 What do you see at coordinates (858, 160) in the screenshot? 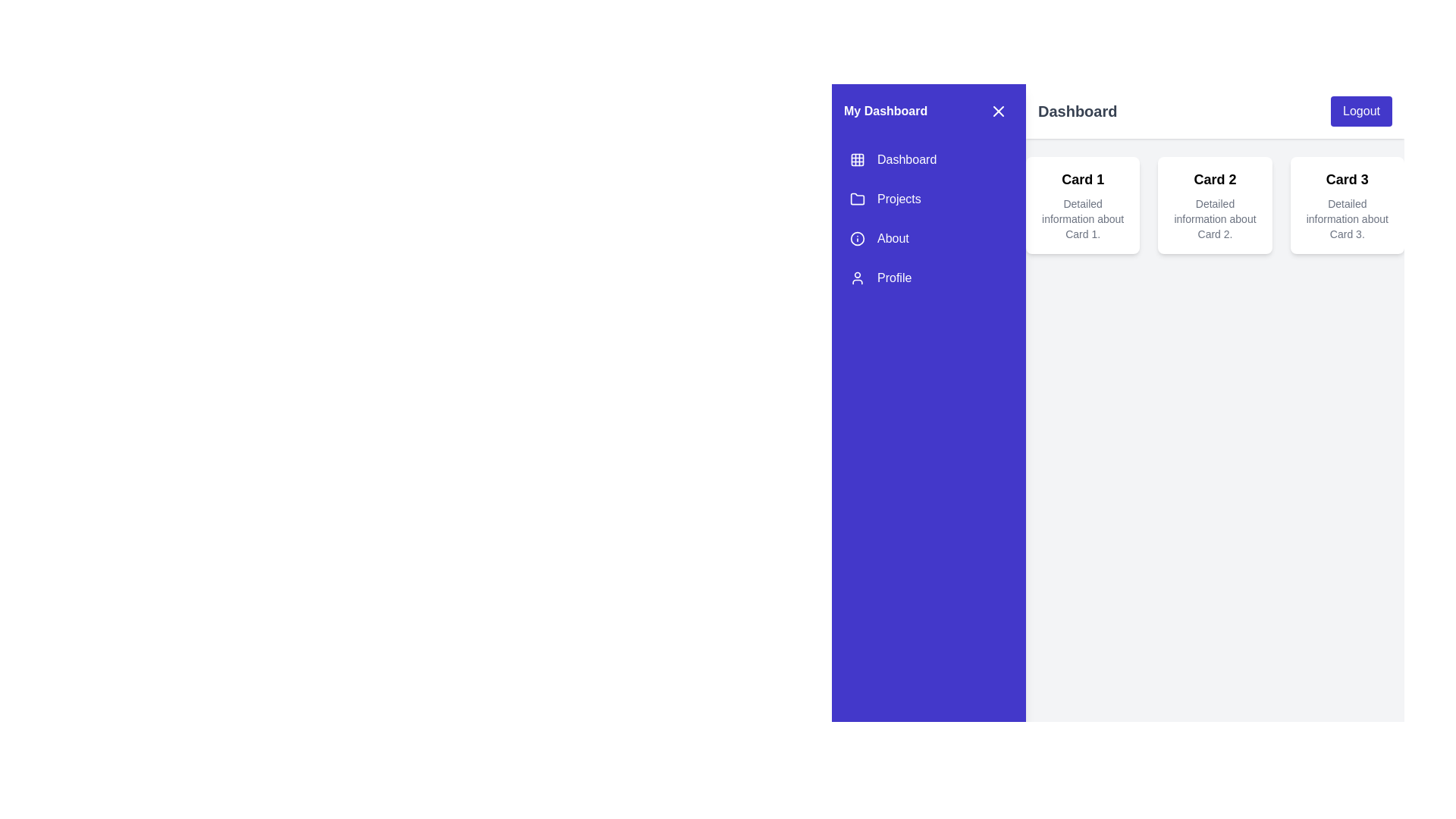
I see `the icon in the sidebar labeled 'Dashboard' that has a grid design with three rows and three columns, featuring a white background and a purple outline` at bounding box center [858, 160].